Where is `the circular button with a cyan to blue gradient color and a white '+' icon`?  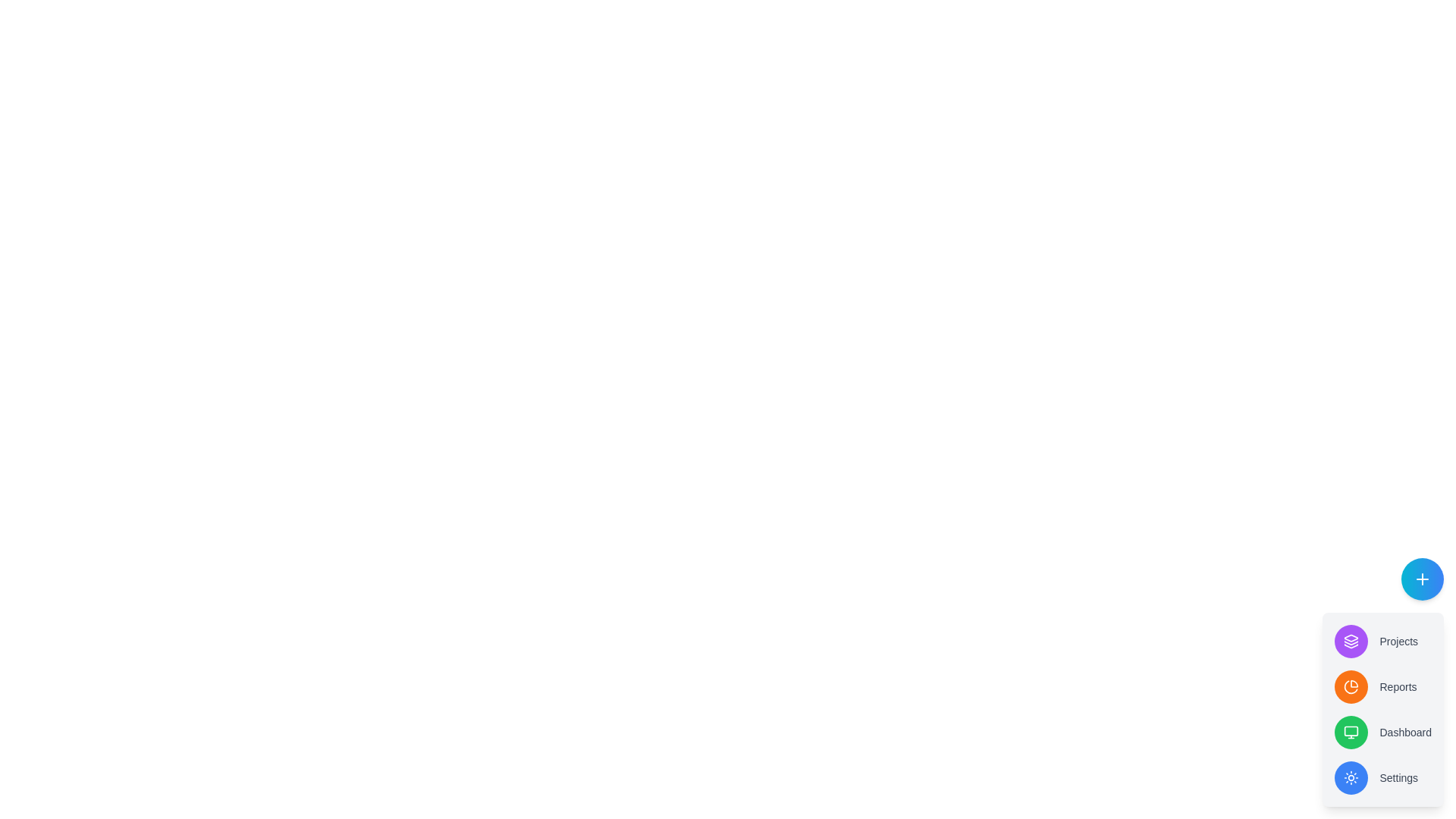
the circular button with a cyan to blue gradient color and a white '+' icon is located at coordinates (1422, 579).